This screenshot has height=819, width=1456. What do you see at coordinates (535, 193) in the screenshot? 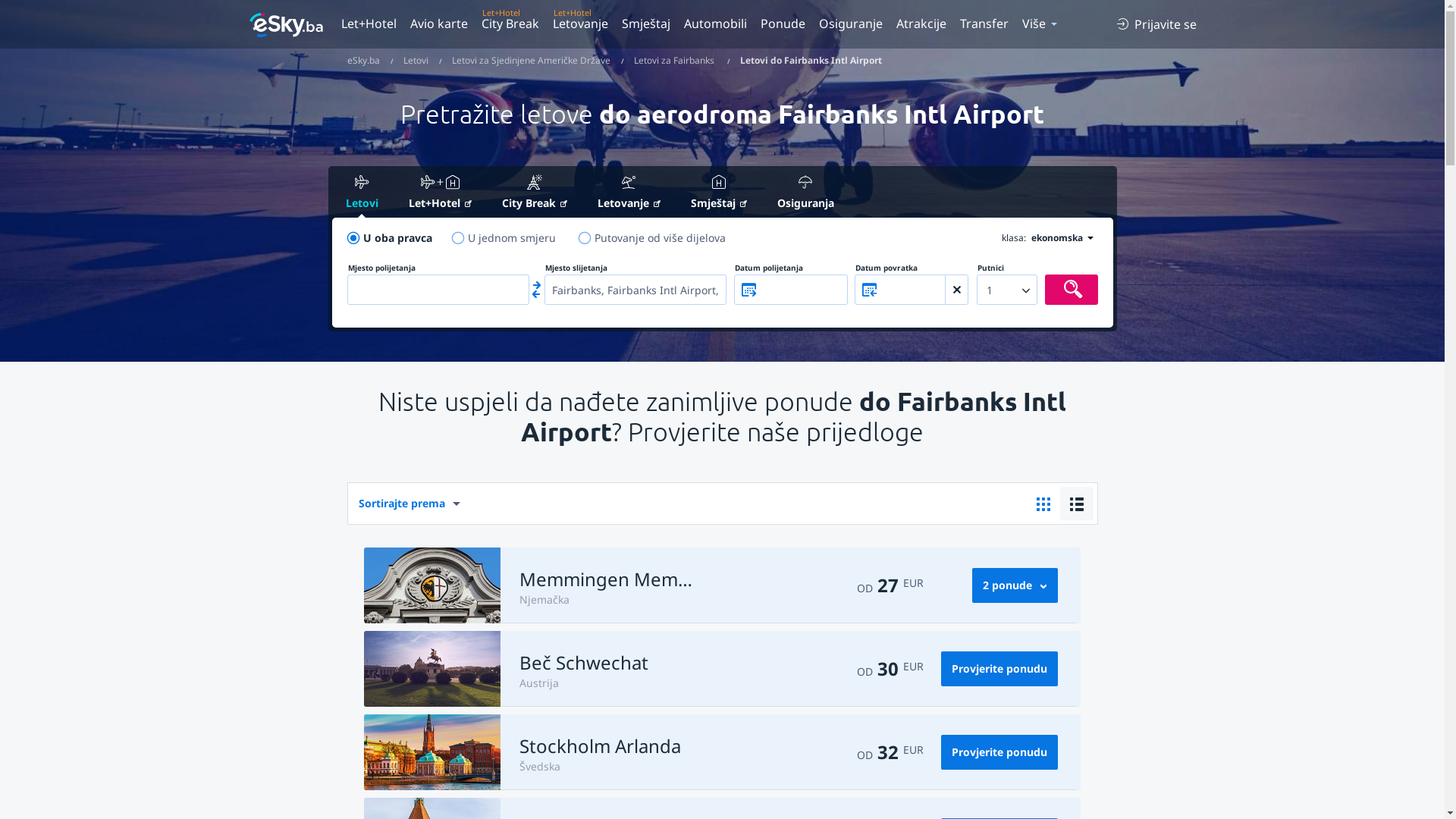
I see `'City Break'` at bounding box center [535, 193].